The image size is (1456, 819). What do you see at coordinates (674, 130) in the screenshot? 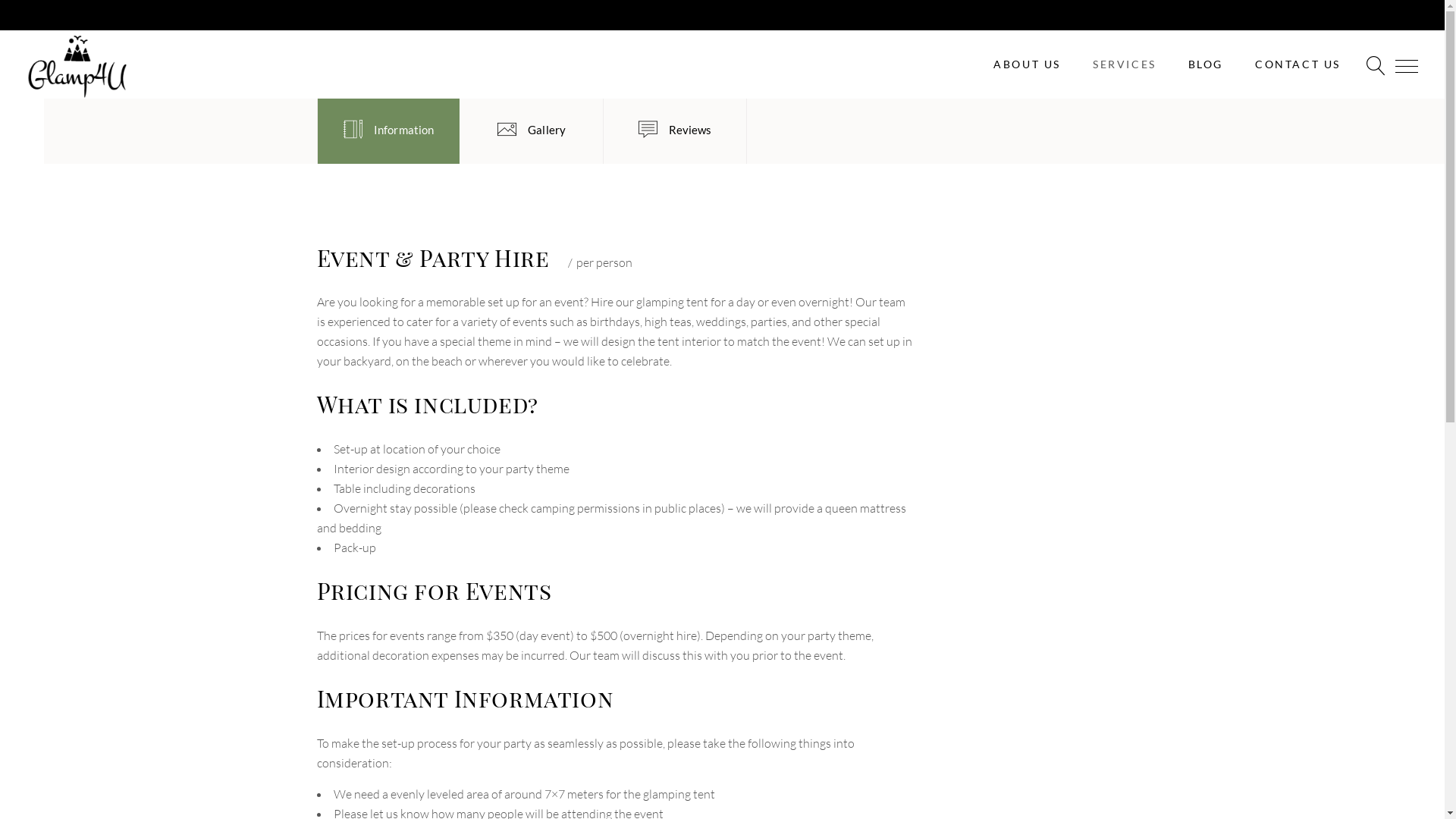
I see `'Reviews'` at bounding box center [674, 130].